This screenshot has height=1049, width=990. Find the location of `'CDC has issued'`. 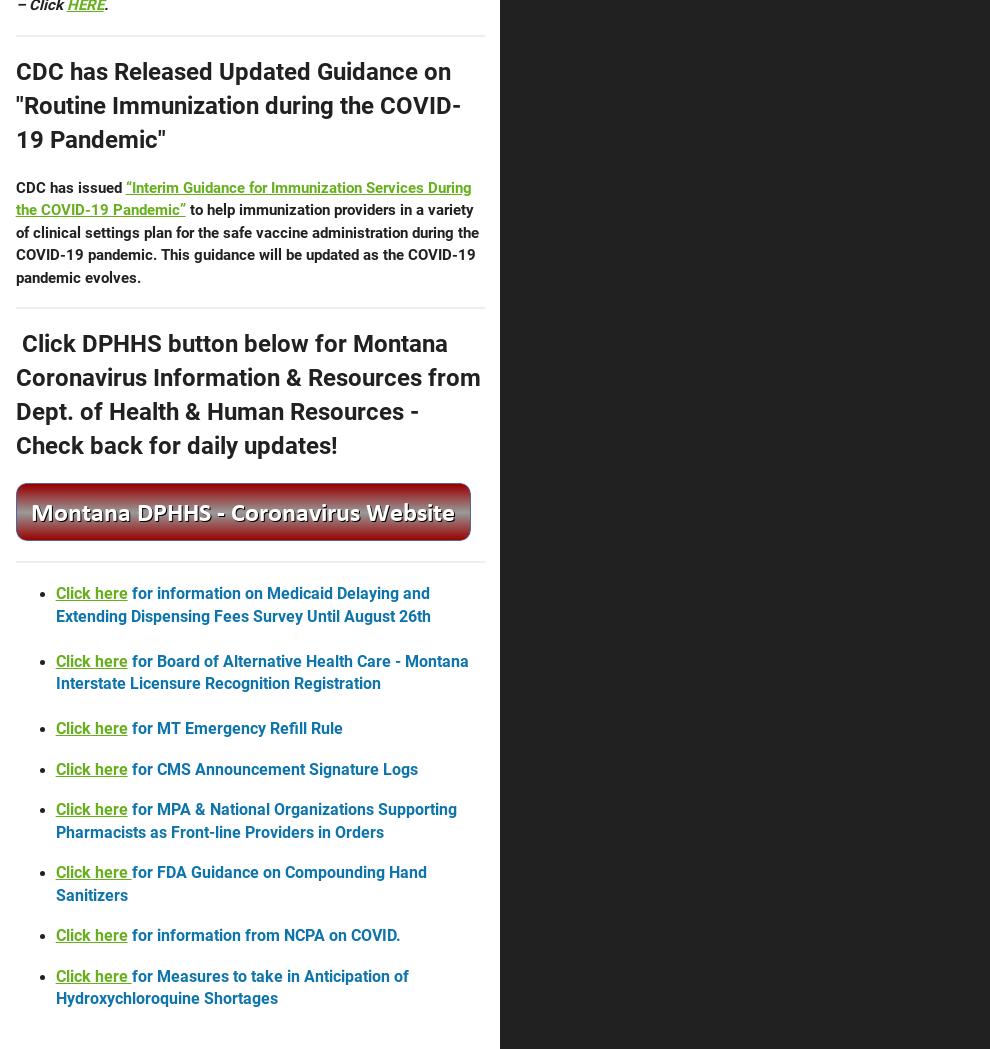

'CDC has issued' is located at coordinates (69, 186).